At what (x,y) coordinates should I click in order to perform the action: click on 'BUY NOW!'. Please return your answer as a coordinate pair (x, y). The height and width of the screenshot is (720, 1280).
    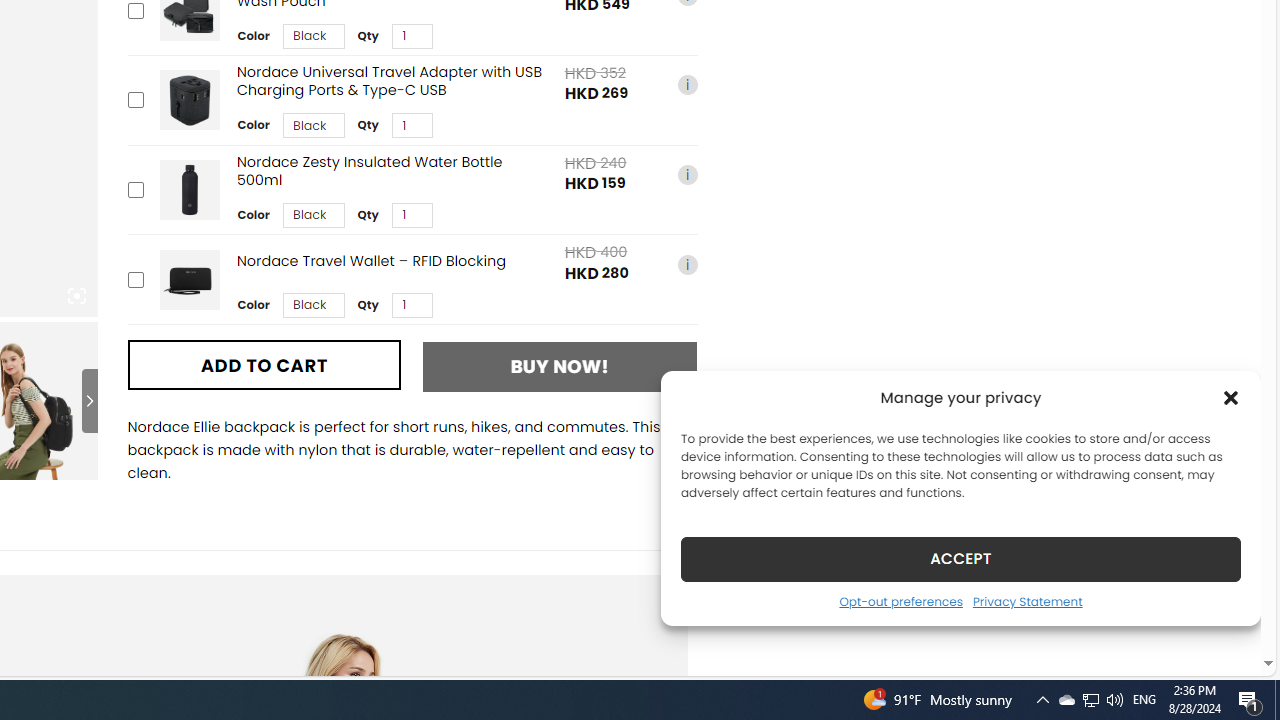
    Looking at the image, I should click on (560, 366).